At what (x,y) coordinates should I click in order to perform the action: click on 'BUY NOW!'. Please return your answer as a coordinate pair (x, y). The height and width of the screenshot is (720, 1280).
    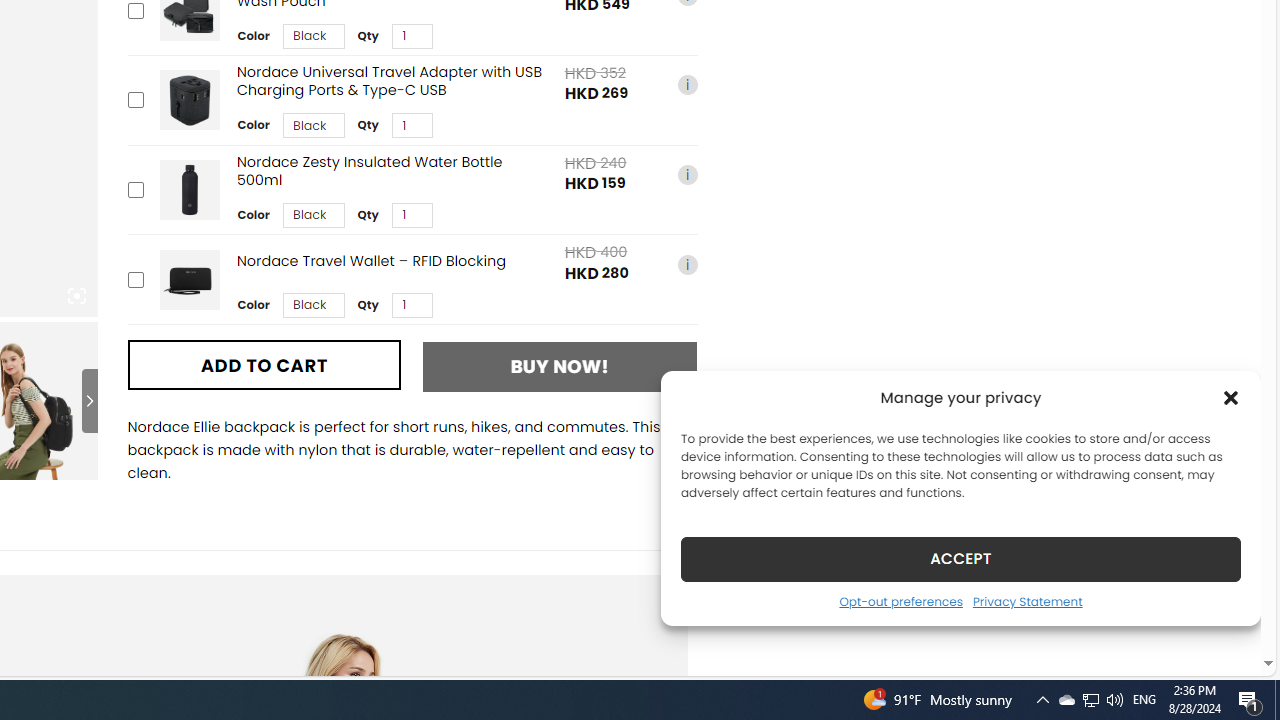
    Looking at the image, I should click on (560, 366).